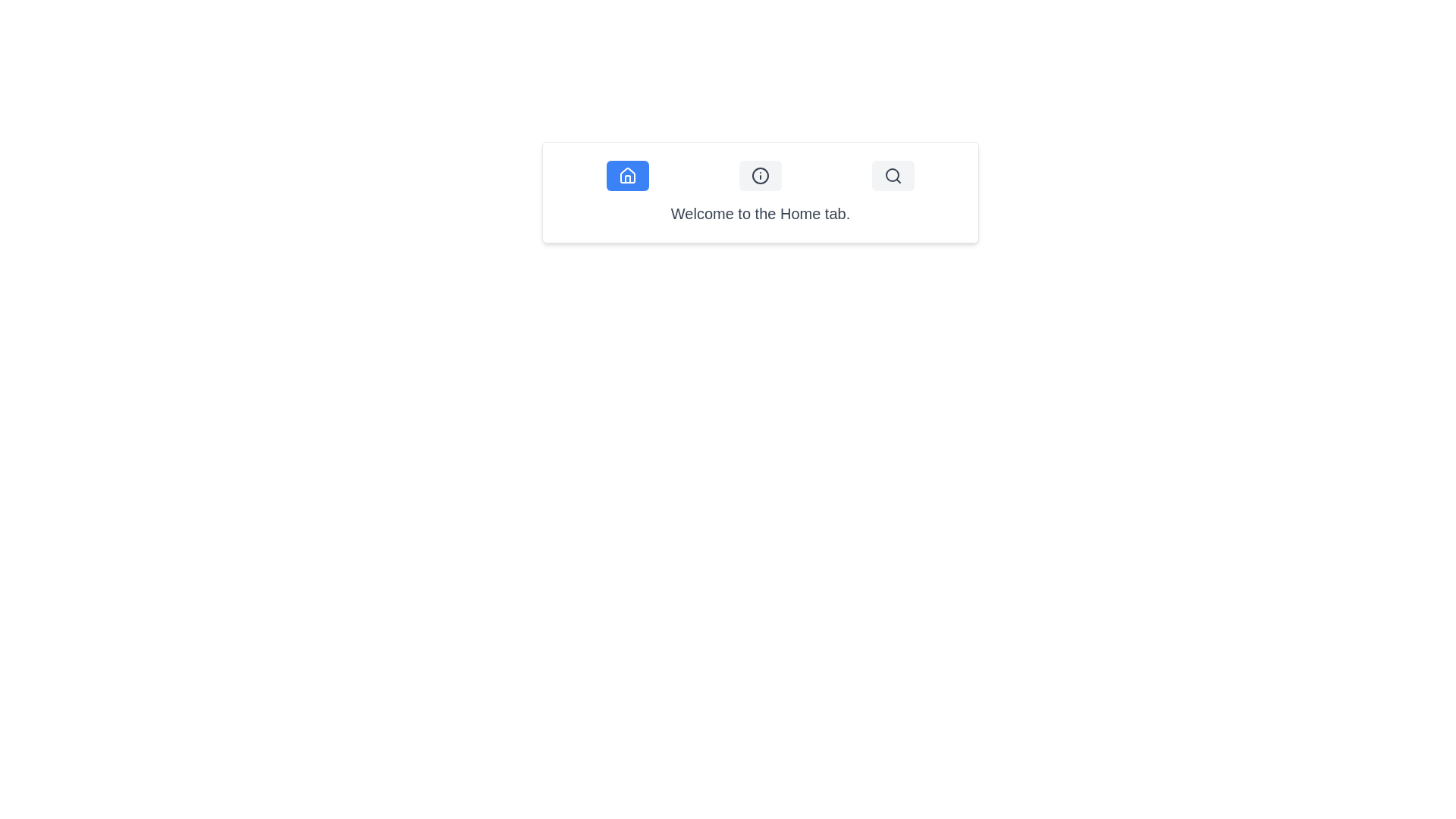 Image resolution: width=1456 pixels, height=819 pixels. What do you see at coordinates (627, 174) in the screenshot?
I see `the blue, rounded rectangle button with a white house-shaped icon at its center` at bounding box center [627, 174].